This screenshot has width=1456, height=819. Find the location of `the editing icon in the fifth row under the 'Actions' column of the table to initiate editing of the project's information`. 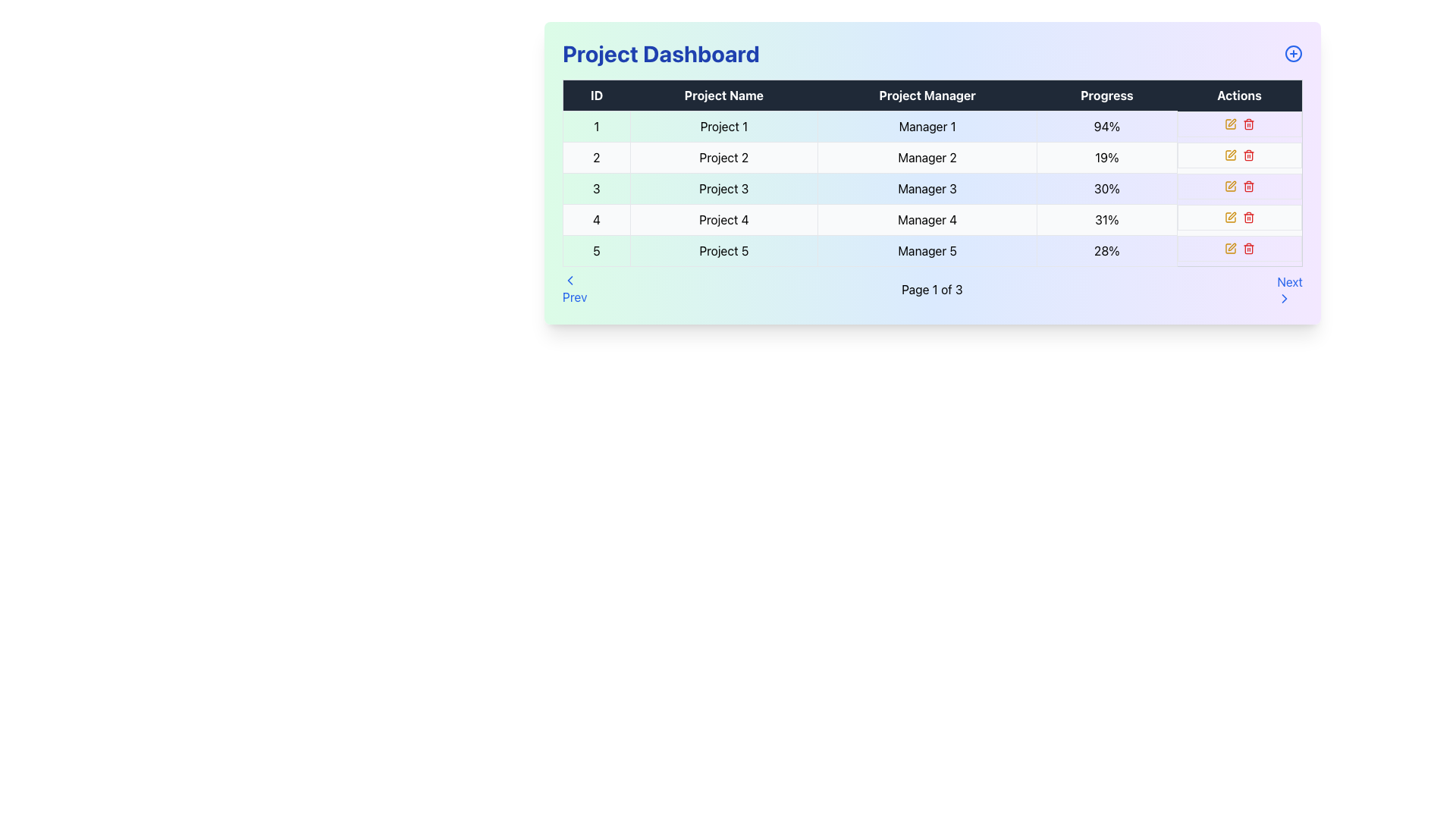

the editing icon in the fifth row under the 'Actions' column of the table to initiate editing of the project's information is located at coordinates (1232, 121).